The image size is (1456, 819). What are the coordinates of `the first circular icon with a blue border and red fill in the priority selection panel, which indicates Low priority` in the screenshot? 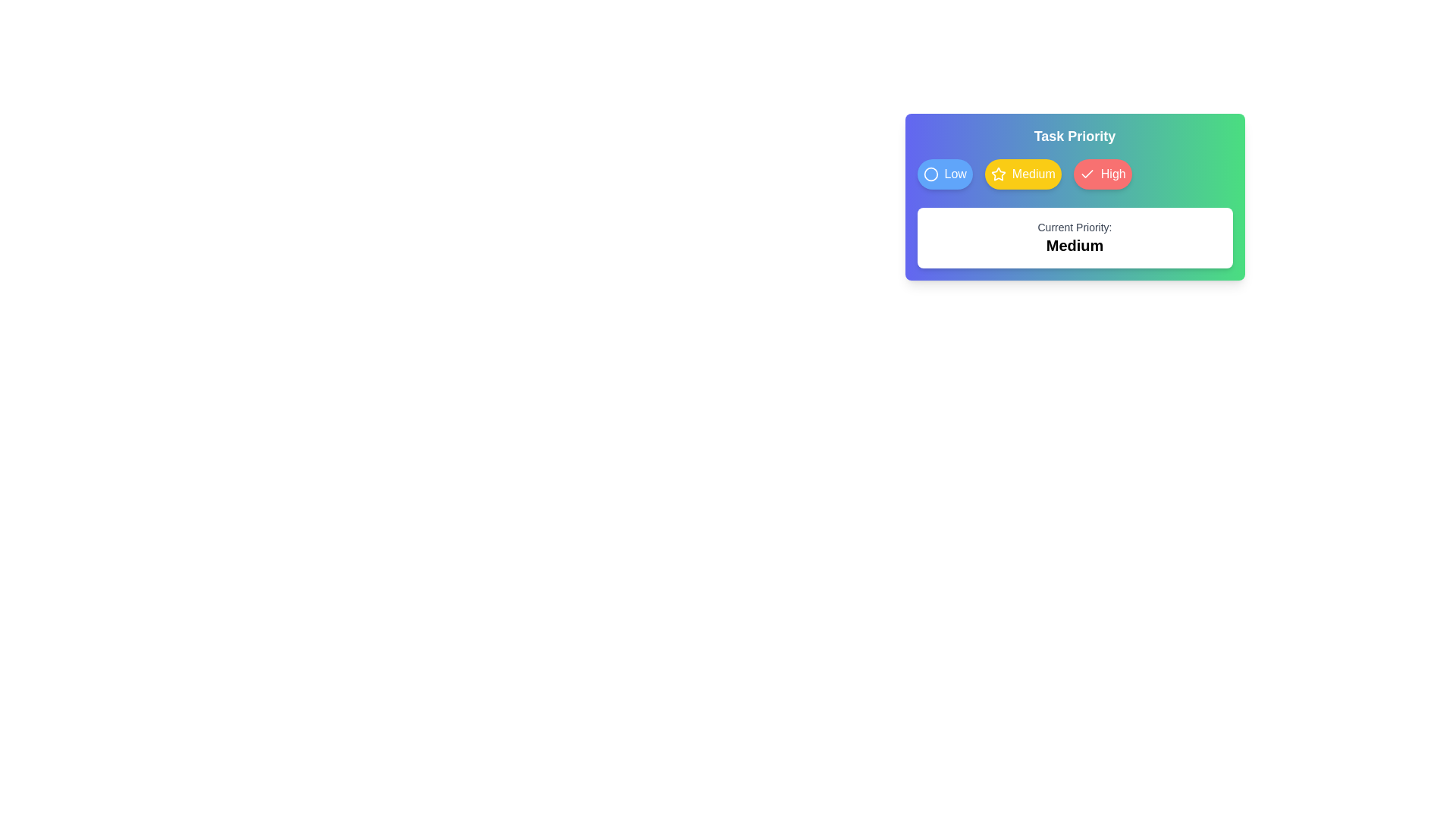 It's located at (930, 174).